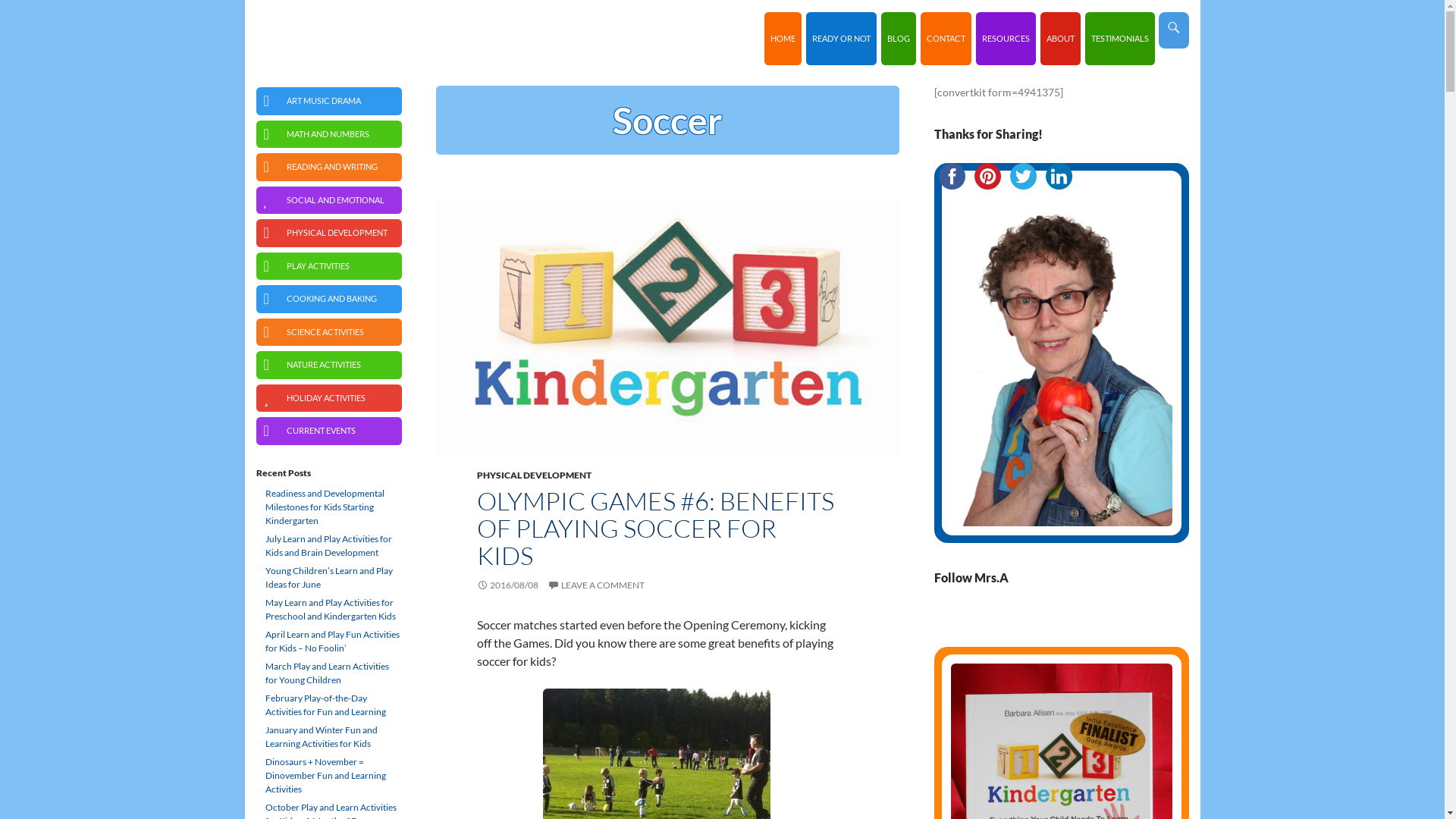  Describe the element at coordinates (256, 167) in the screenshot. I see `'READING AND WRITING'` at that location.